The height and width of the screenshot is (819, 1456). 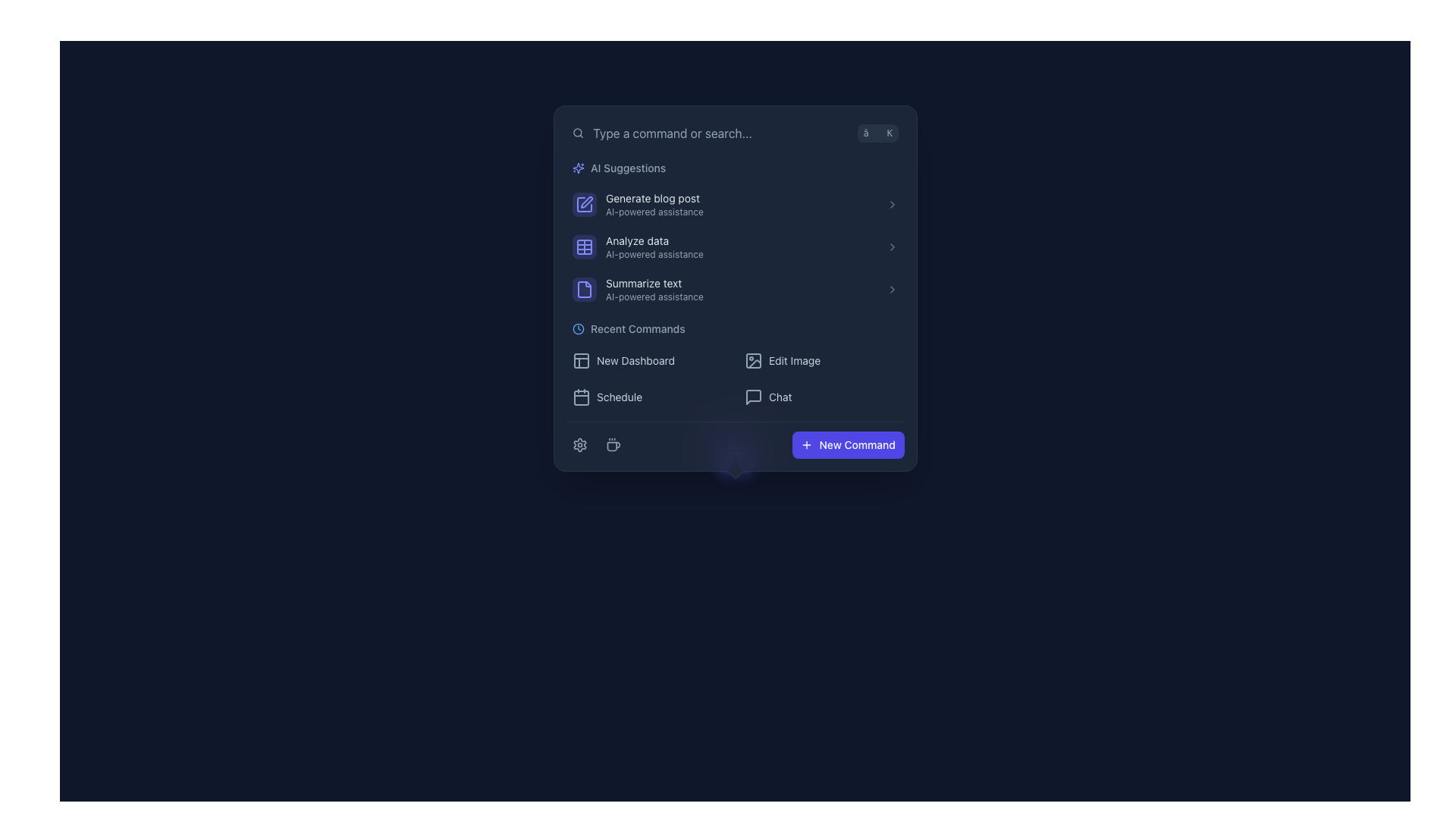 I want to click on the clock icon representing the 'Recent Commands' label, located to the left of the 'Recent Commands' text in the dropdown panel for visual association, so click(x=577, y=328).